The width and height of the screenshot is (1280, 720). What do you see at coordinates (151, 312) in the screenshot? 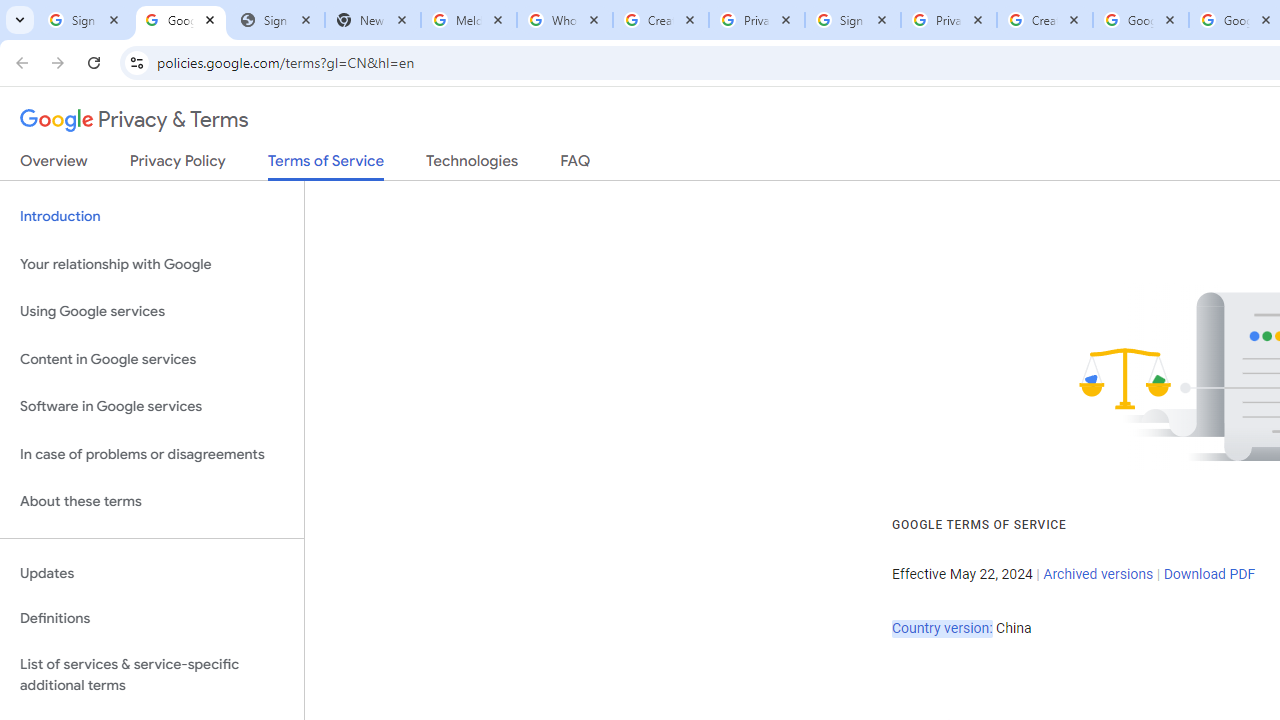
I see `'Using Google services'` at bounding box center [151, 312].